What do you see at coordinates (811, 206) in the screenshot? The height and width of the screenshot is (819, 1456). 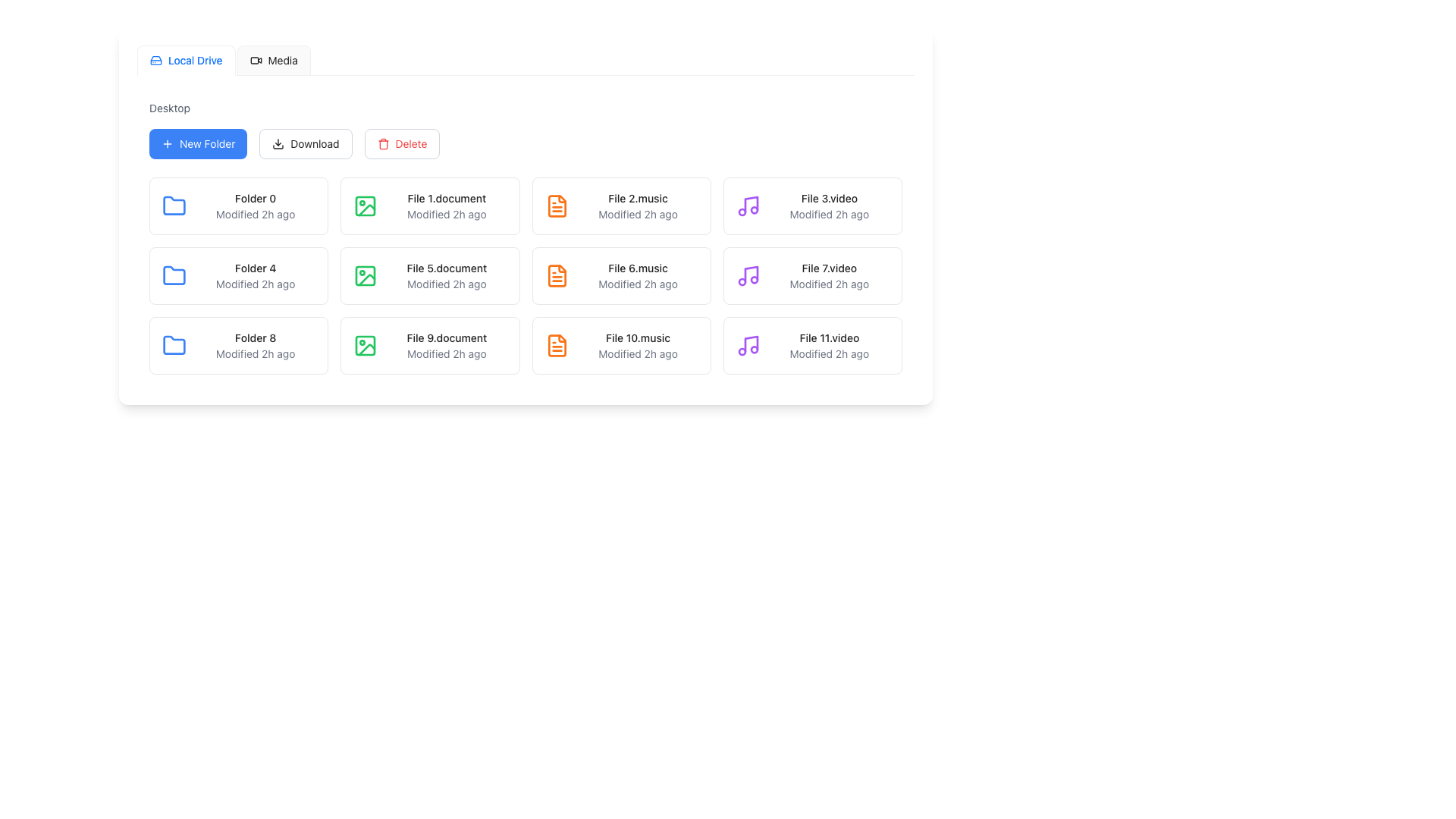 I see `on the video file entry named 'File 3.video' located in the file grid area, specifically the third item in the second row` at bounding box center [811, 206].